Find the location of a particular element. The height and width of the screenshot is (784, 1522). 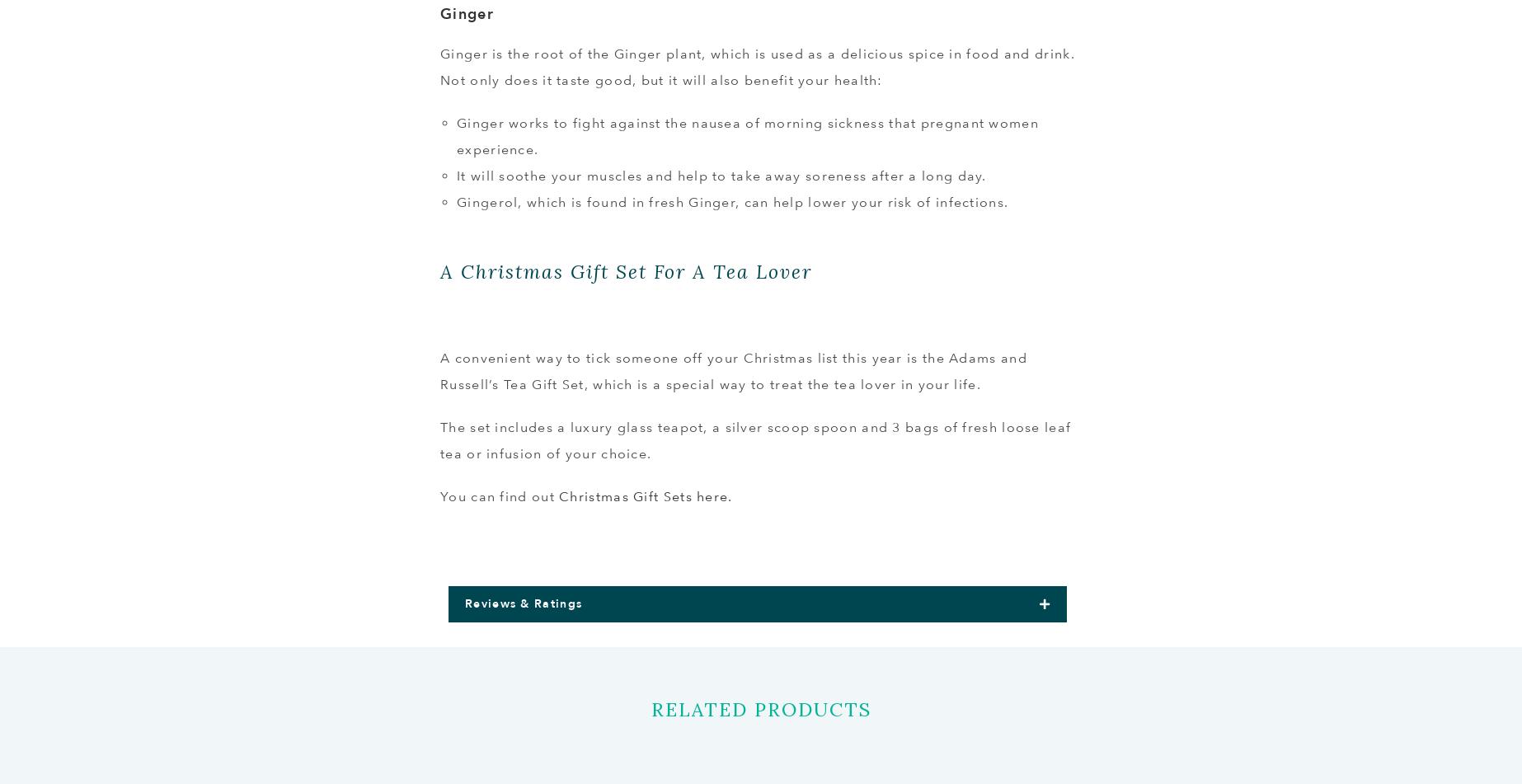

'Ginger works to fight against the nausea of morning sickness that pregnant women experience.' is located at coordinates (746, 136).